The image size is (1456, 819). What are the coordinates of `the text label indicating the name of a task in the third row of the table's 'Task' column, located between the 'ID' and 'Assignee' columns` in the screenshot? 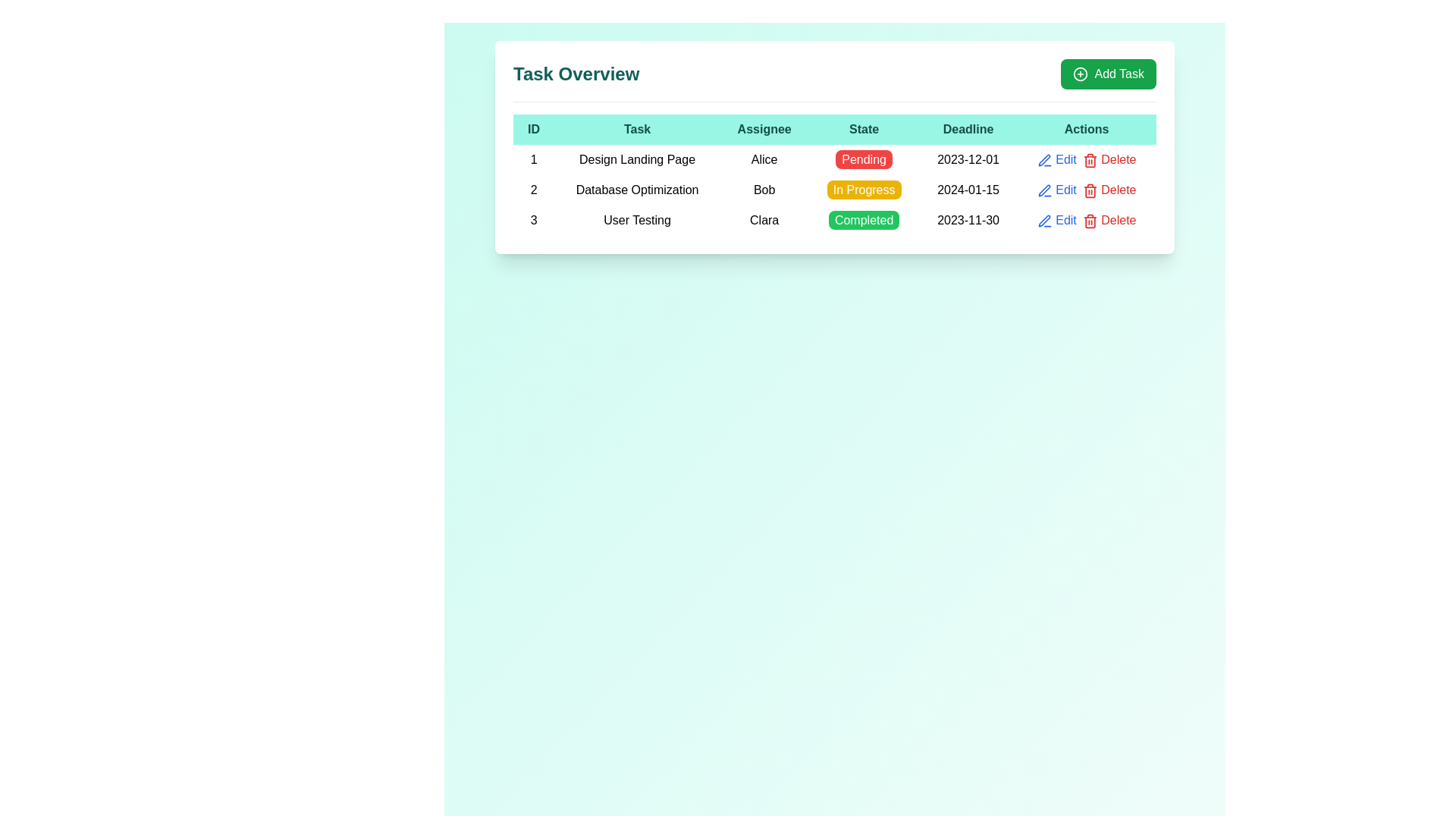 It's located at (637, 220).